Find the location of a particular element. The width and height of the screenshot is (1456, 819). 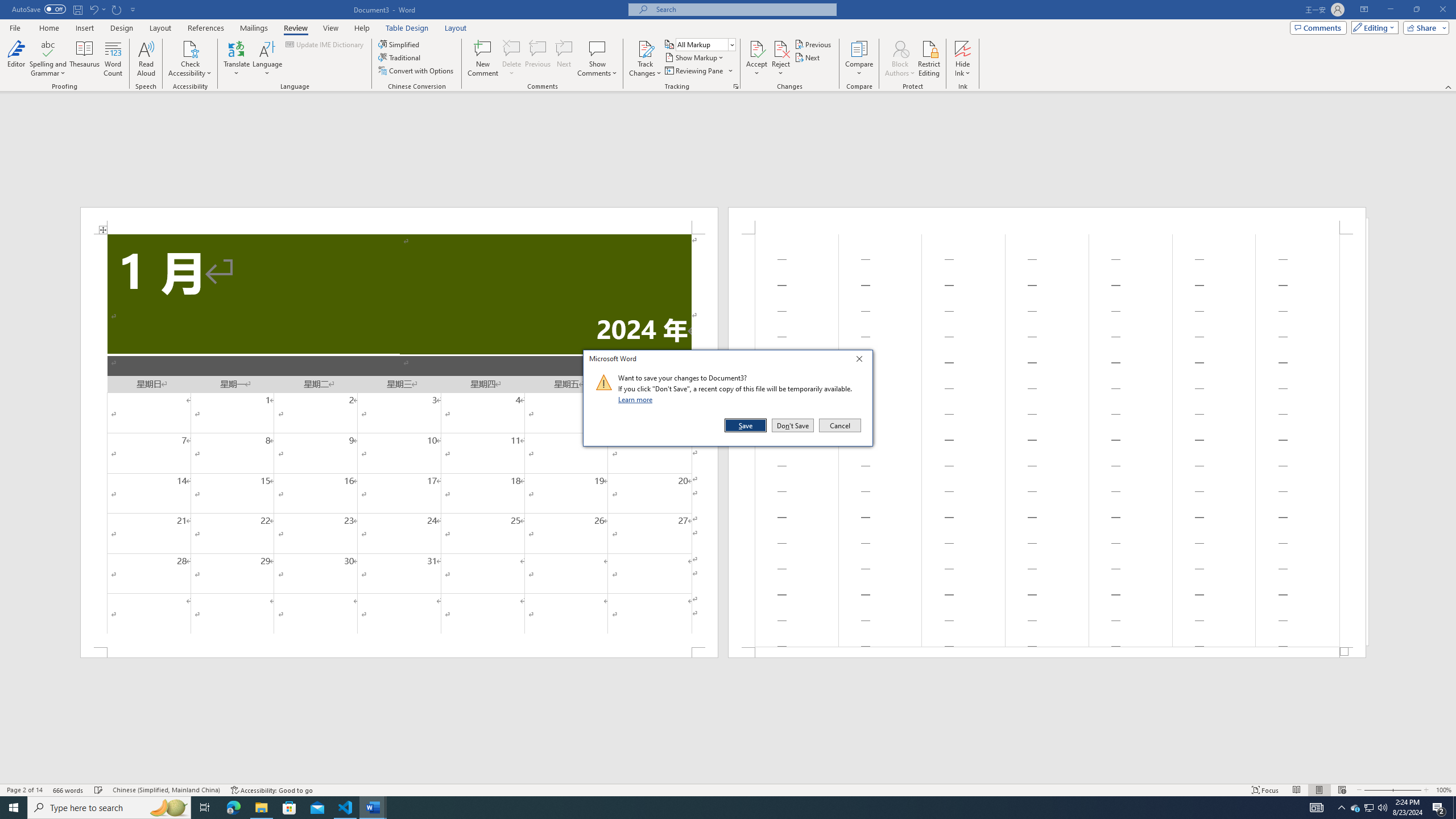

'Display for Review' is located at coordinates (705, 44).